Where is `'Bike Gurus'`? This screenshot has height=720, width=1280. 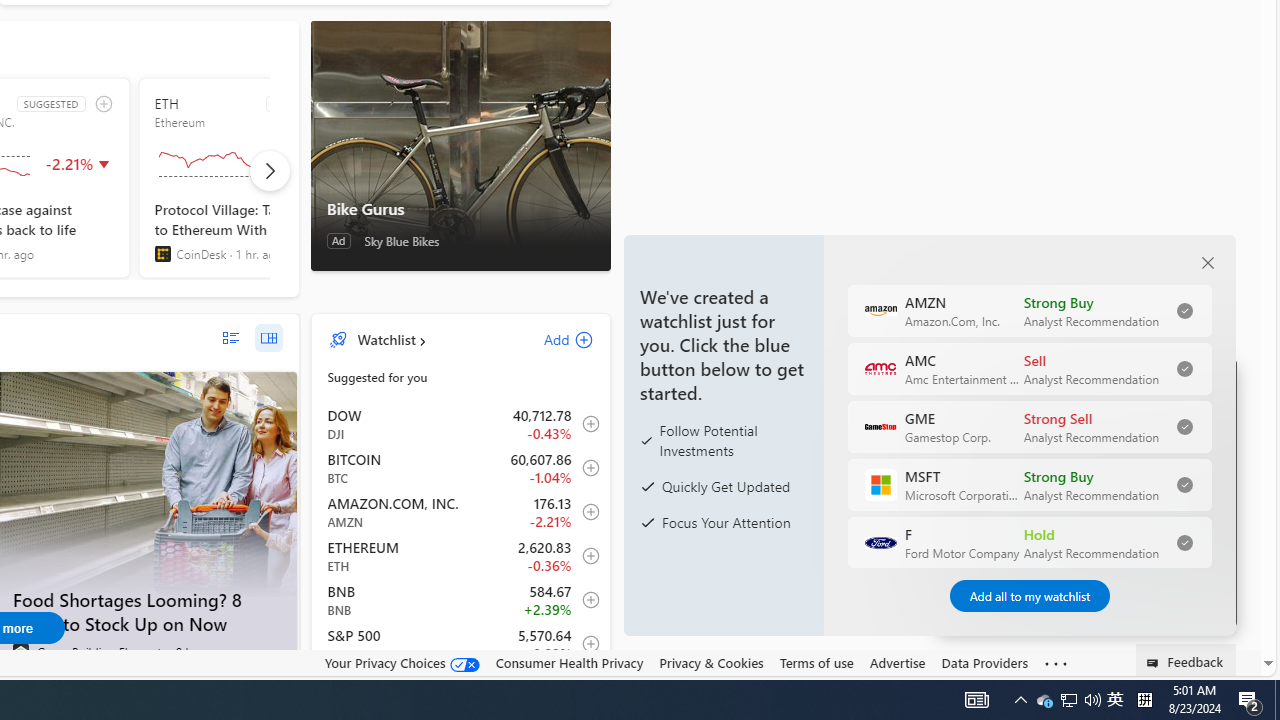 'Bike Gurus' is located at coordinates (459, 144).